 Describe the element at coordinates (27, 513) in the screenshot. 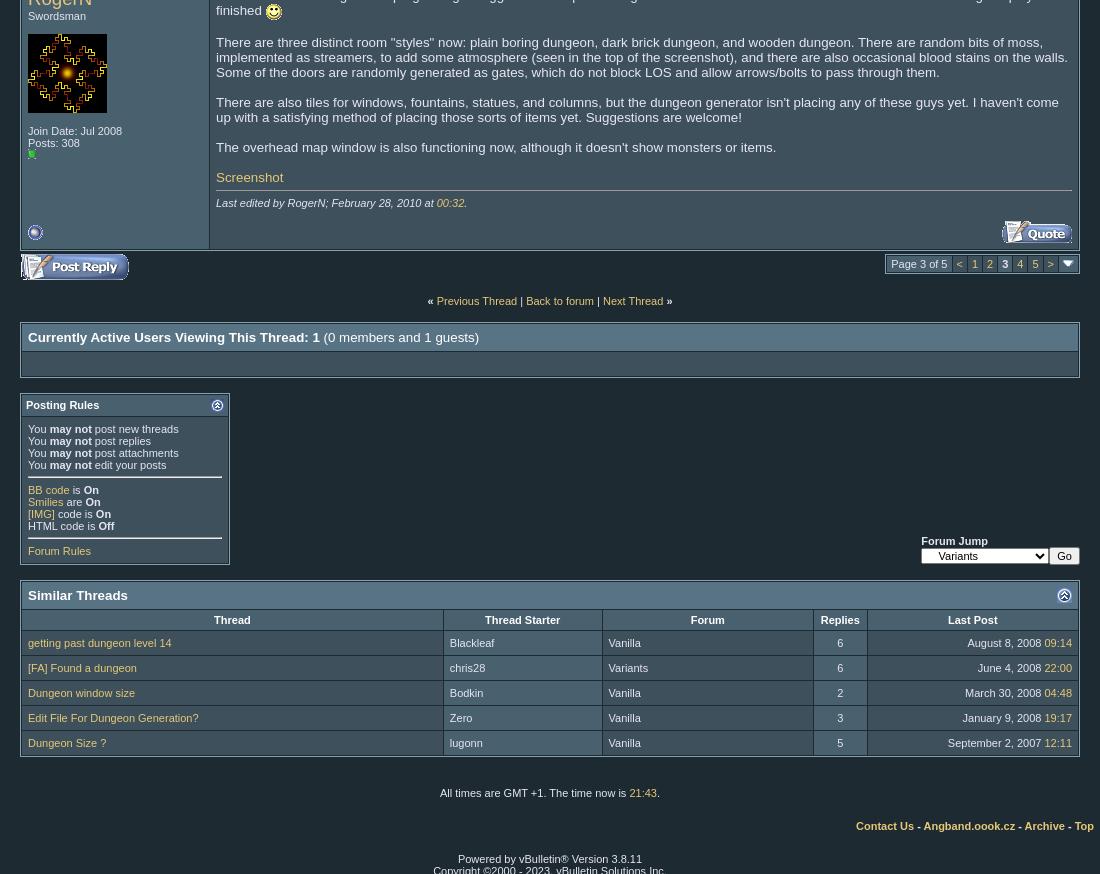

I see `'[IMG]'` at that location.